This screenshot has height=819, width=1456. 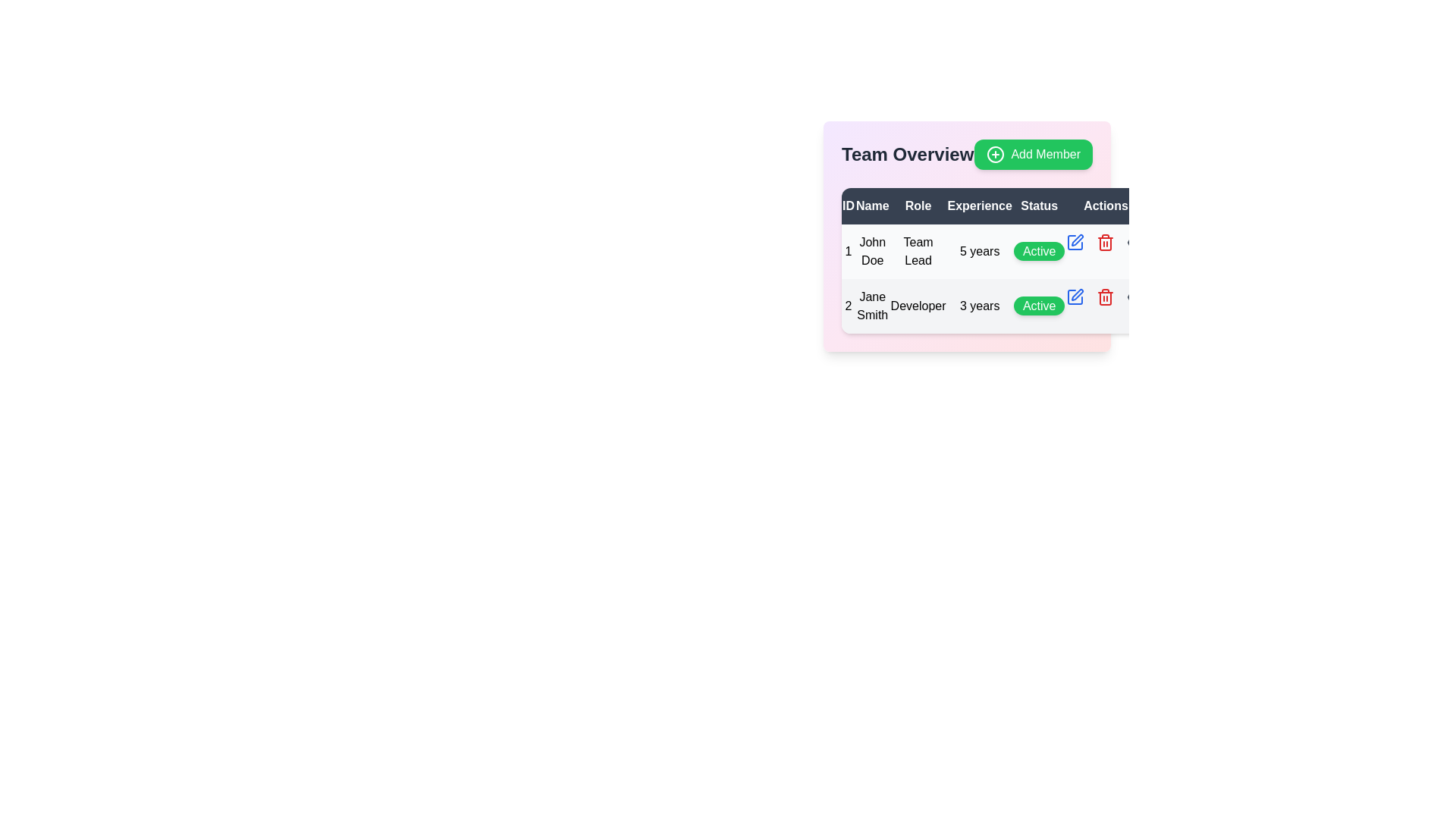 I want to click on the first row of the 'Team Overview' table to edit the member details, so click(x=993, y=250).